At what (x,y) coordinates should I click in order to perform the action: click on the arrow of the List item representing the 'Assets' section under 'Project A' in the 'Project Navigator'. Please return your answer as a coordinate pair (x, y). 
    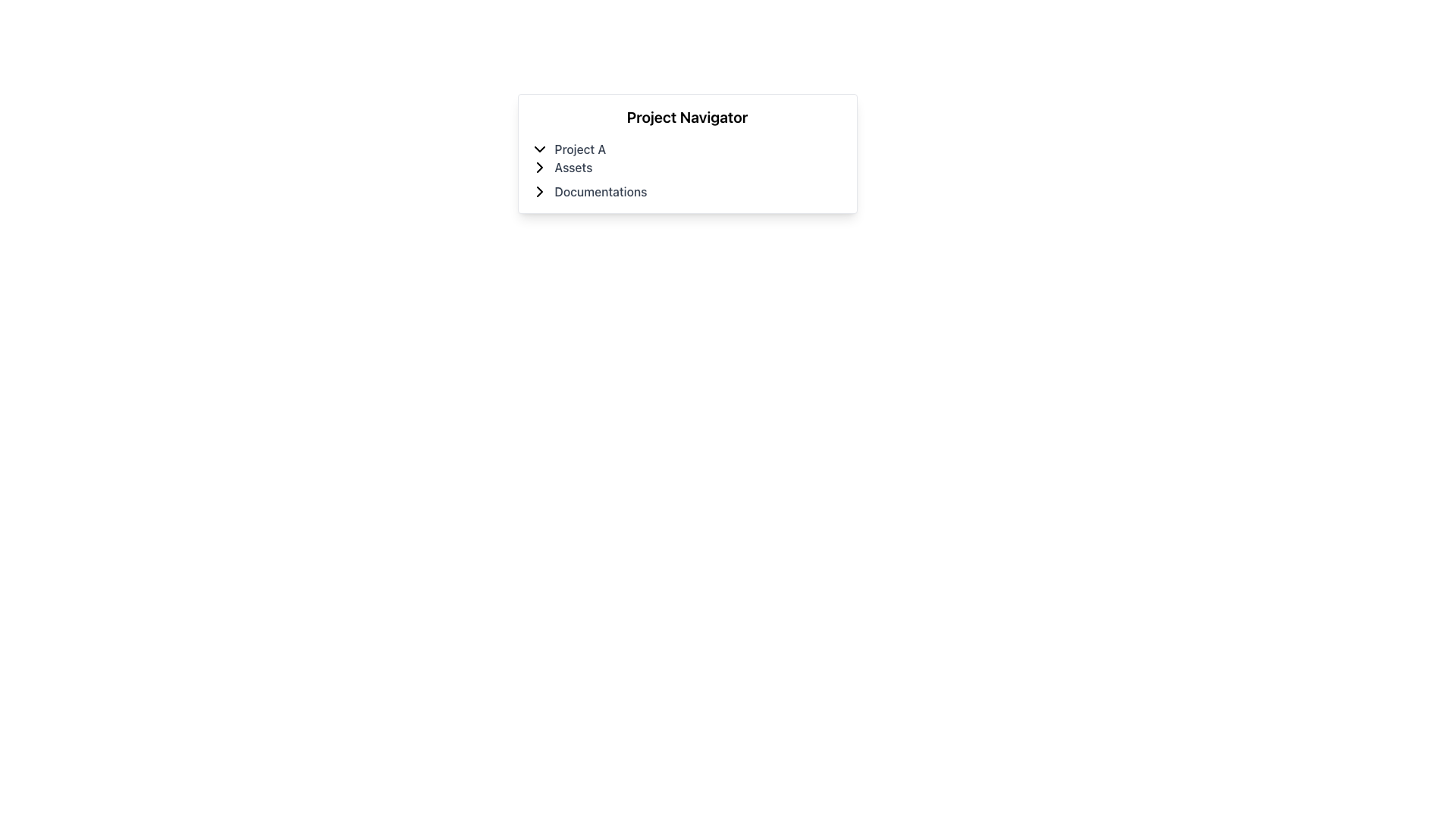
    Looking at the image, I should click on (686, 158).